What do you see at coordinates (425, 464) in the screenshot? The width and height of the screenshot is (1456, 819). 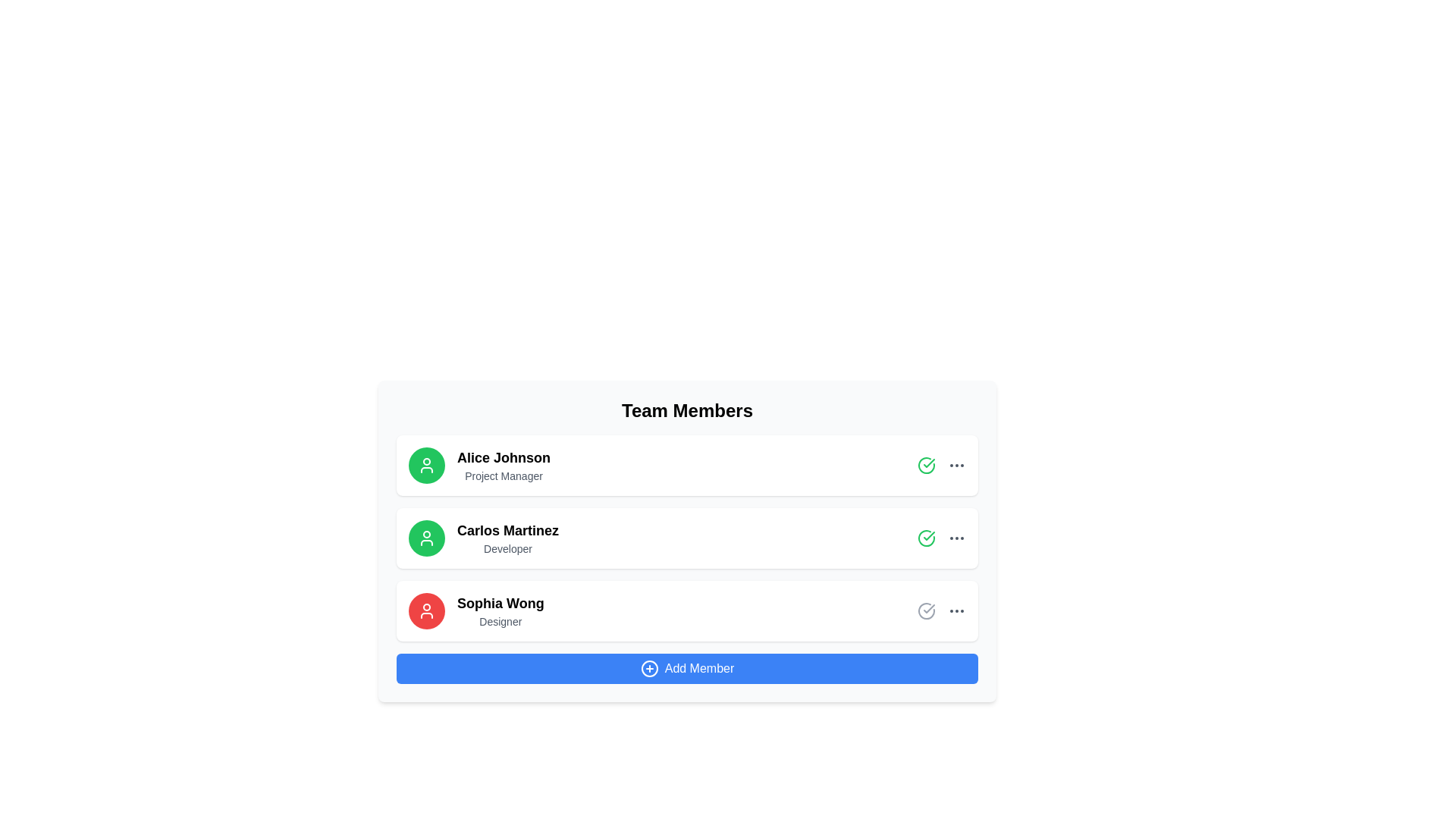 I see `the user profile icon for 'Carlos Martinez', which is located inside the green circular section to the left of his entry in the list` at bounding box center [425, 464].